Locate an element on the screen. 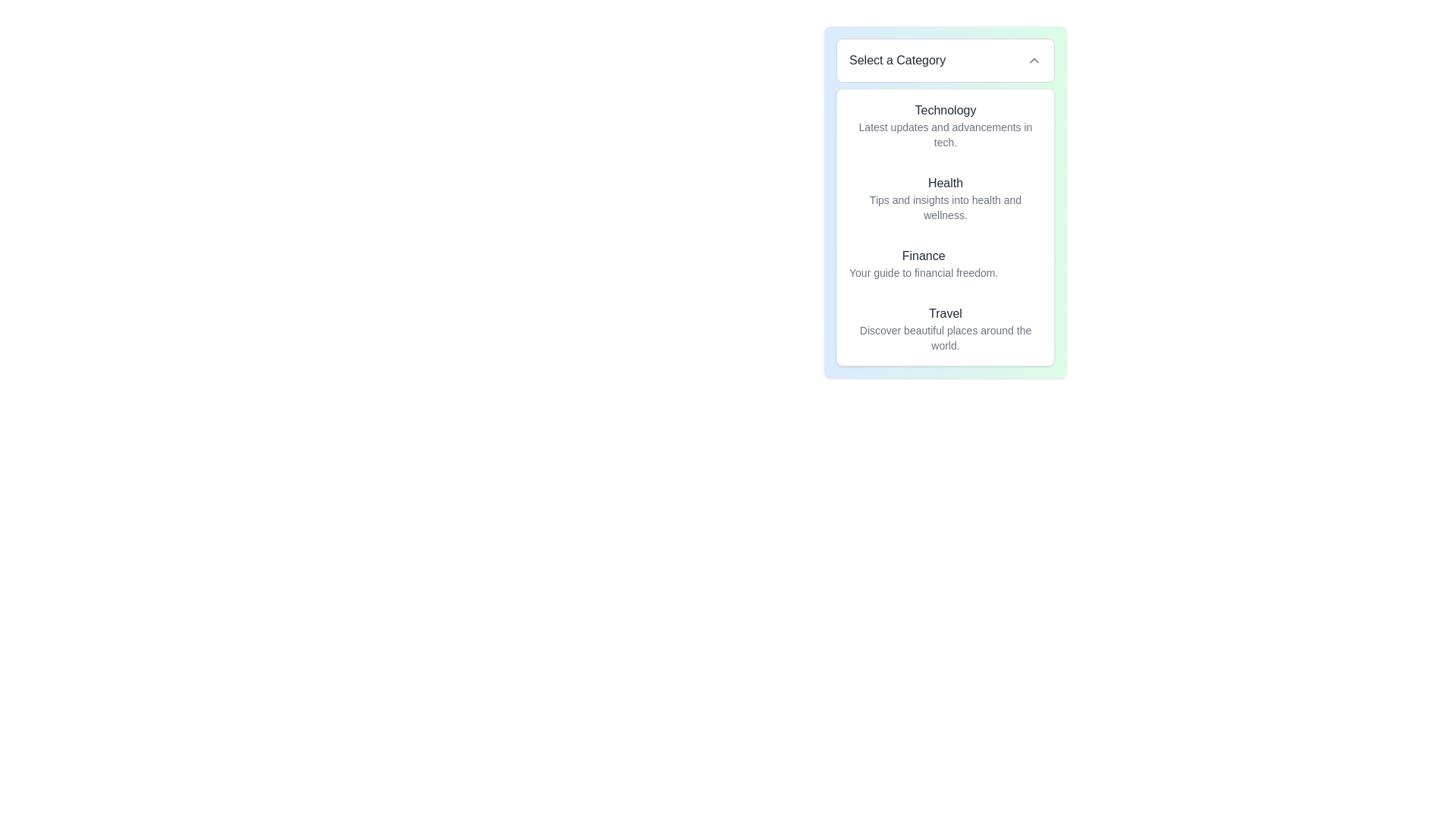 The width and height of the screenshot is (1456, 819). the text label displaying 'Travel' which is the fourth item in the vertical list of categories under 'Select a Category.' is located at coordinates (945, 312).